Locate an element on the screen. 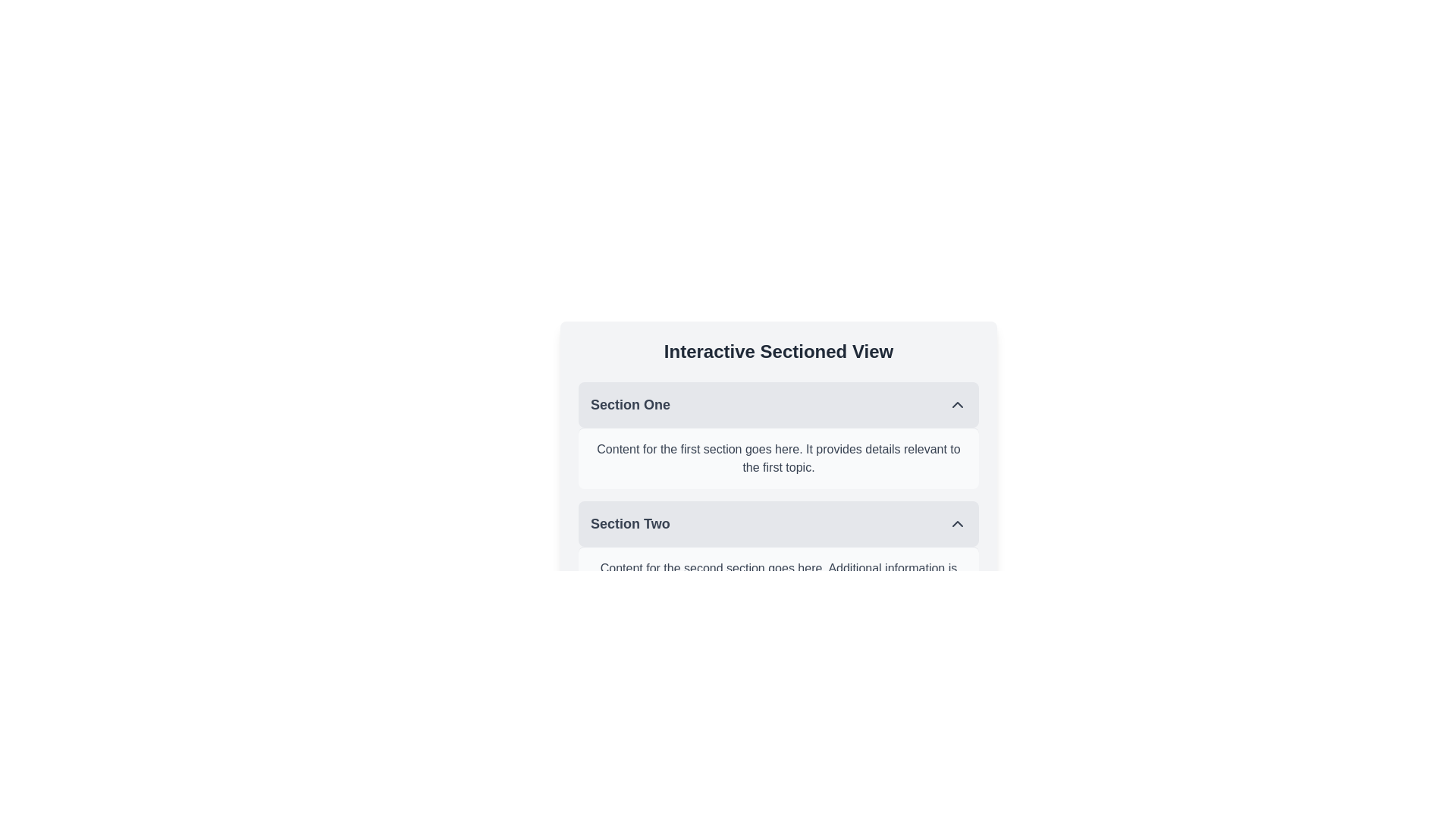 The width and height of the screenshot is (1456, 819). text of the bold, centered heading that says 'Interactive Sectioned View', which is styled in dark gray against a light gray background is located at coordinates (779, 351).